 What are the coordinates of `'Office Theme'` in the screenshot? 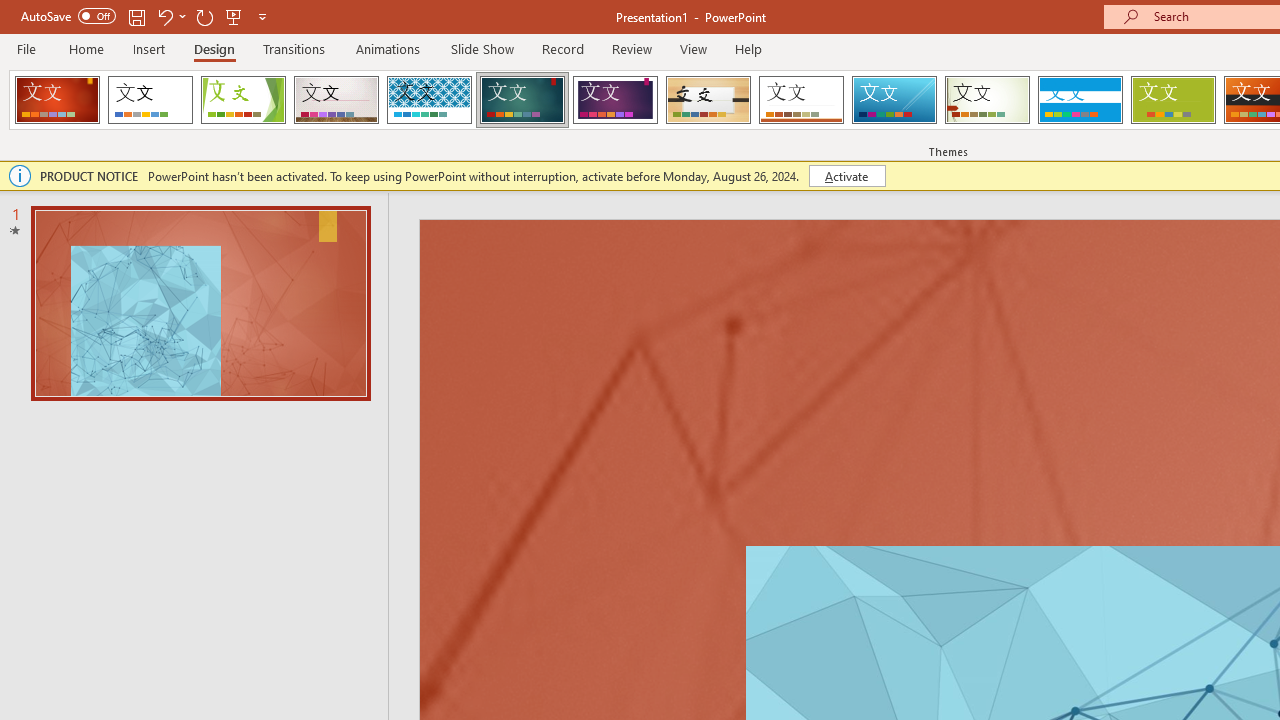 It's located at (149, 100).